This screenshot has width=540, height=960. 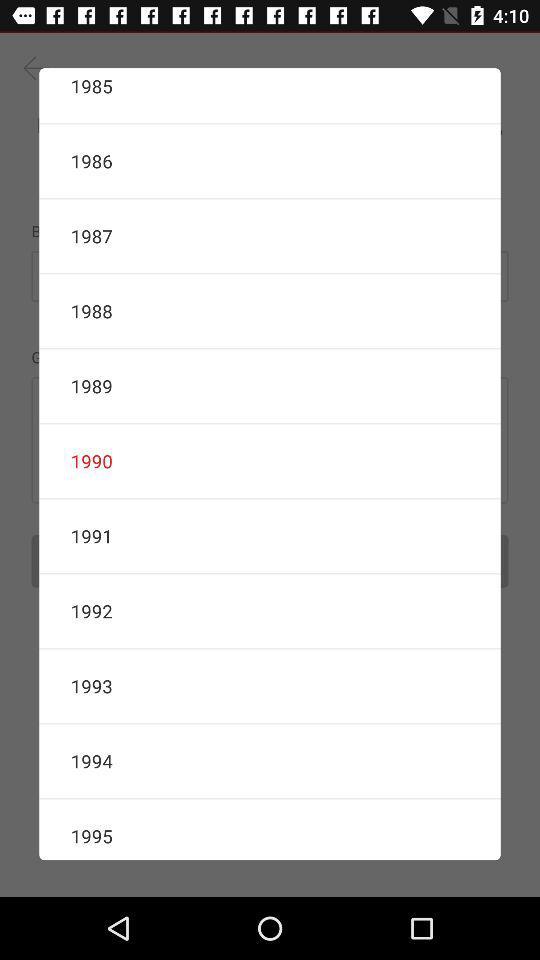 What do you see at coordinates (270, 686) in the screenshot?
I see `the 1993` at bounding box center [270, 686].